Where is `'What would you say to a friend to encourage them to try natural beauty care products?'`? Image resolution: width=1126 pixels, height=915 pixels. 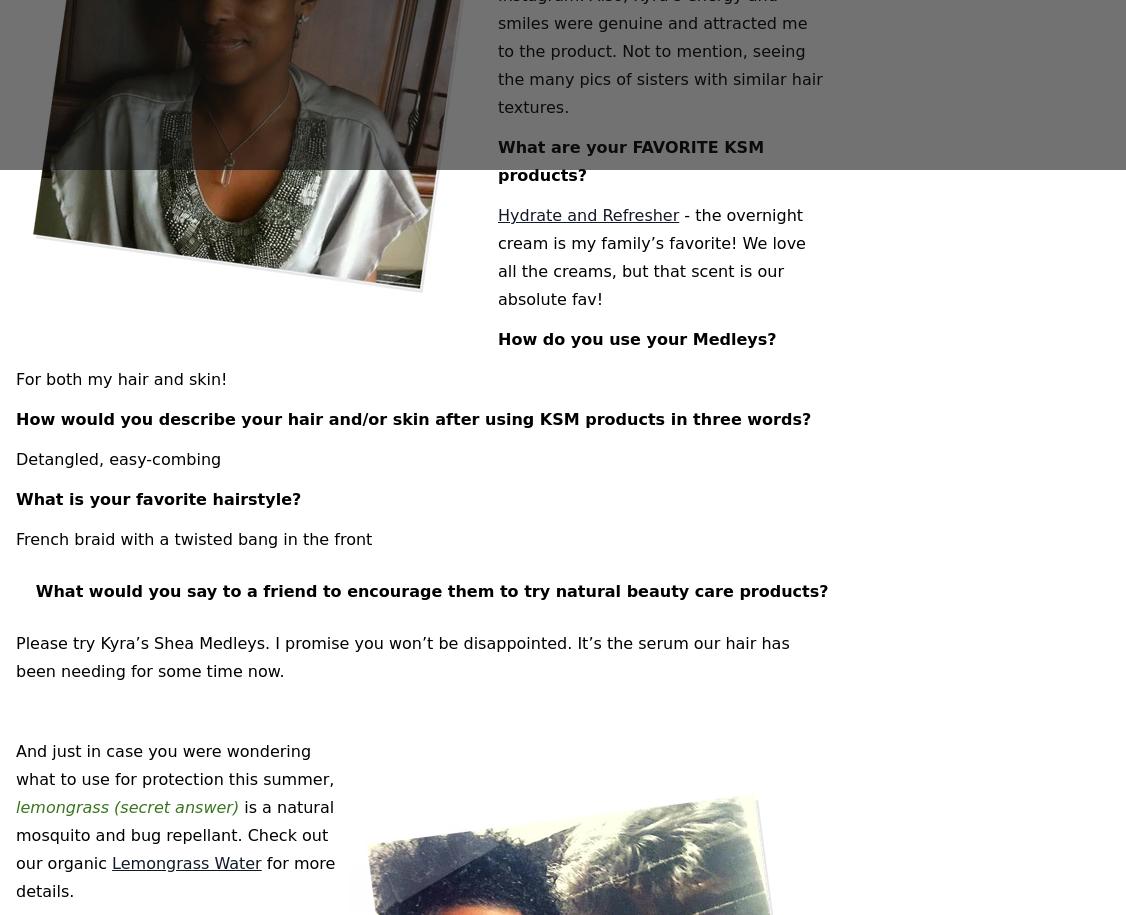 'What would you say to a friend to encourage them to try natural beauty care products?' is located at coordinates (430, 590).